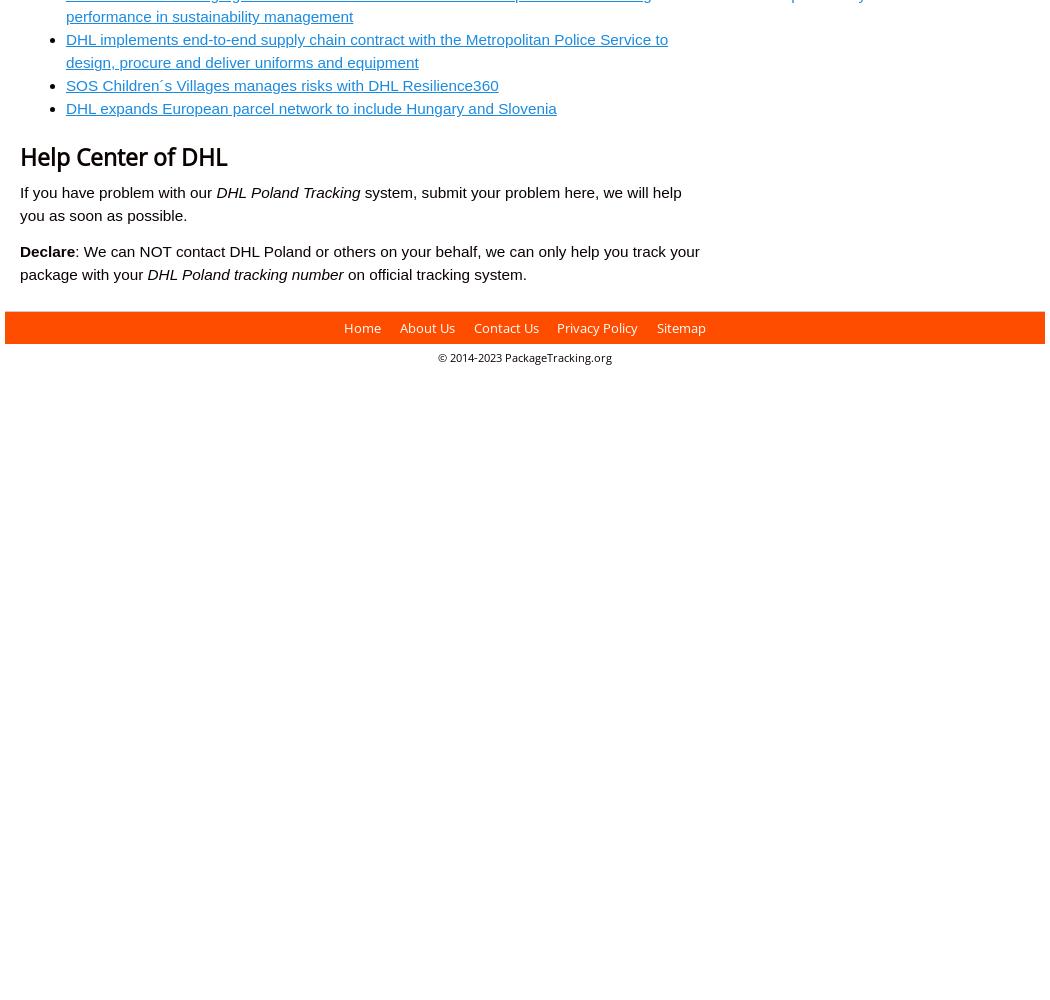 Image resolution: width=1050 pixels, height=1000 pixels. I want to click on 'SOS Children´s Villages manages risks with DHL Resilience360', so click(280, 84).